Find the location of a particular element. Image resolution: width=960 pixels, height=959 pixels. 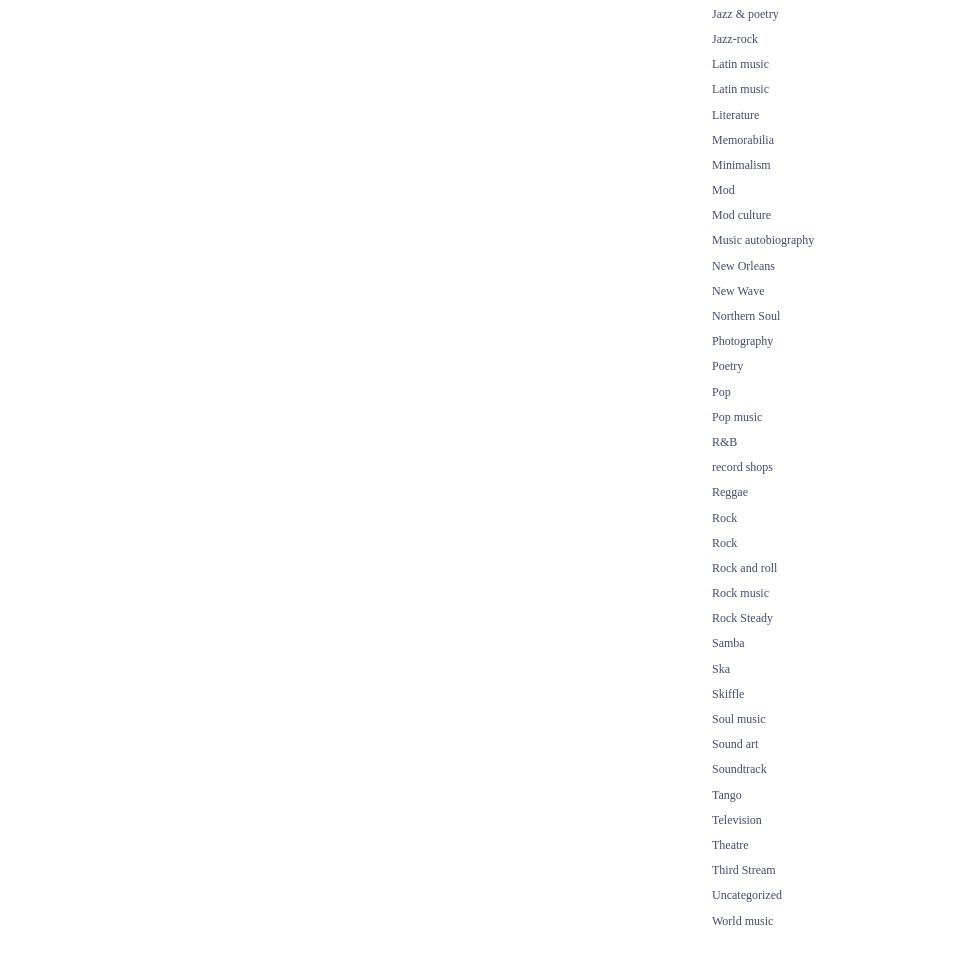

'Rock Steady' is located at coordinates (741, 616).